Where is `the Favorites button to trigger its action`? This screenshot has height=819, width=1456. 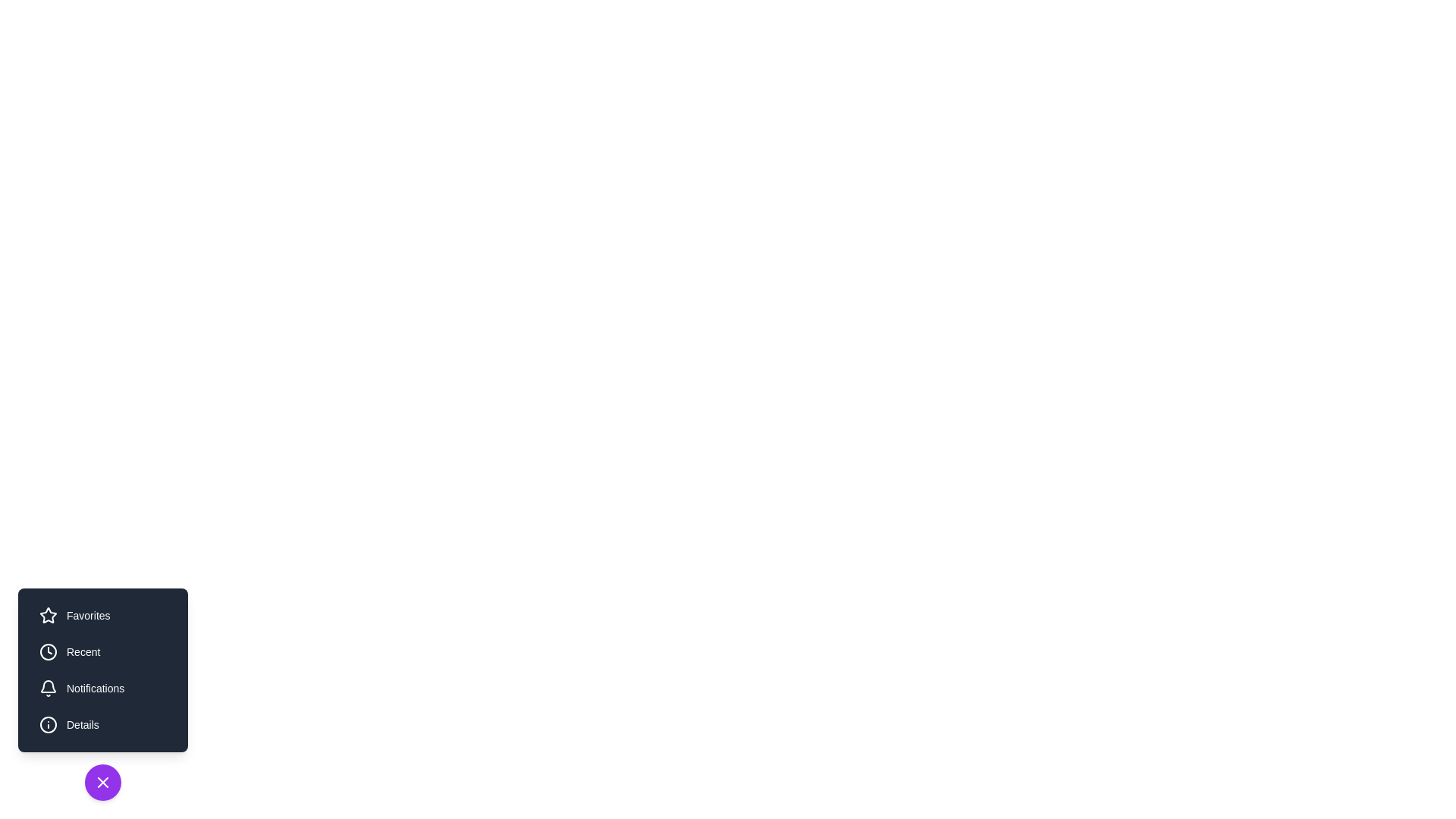 the Favorites button to trigger its action is located at coordinates (102, 616).